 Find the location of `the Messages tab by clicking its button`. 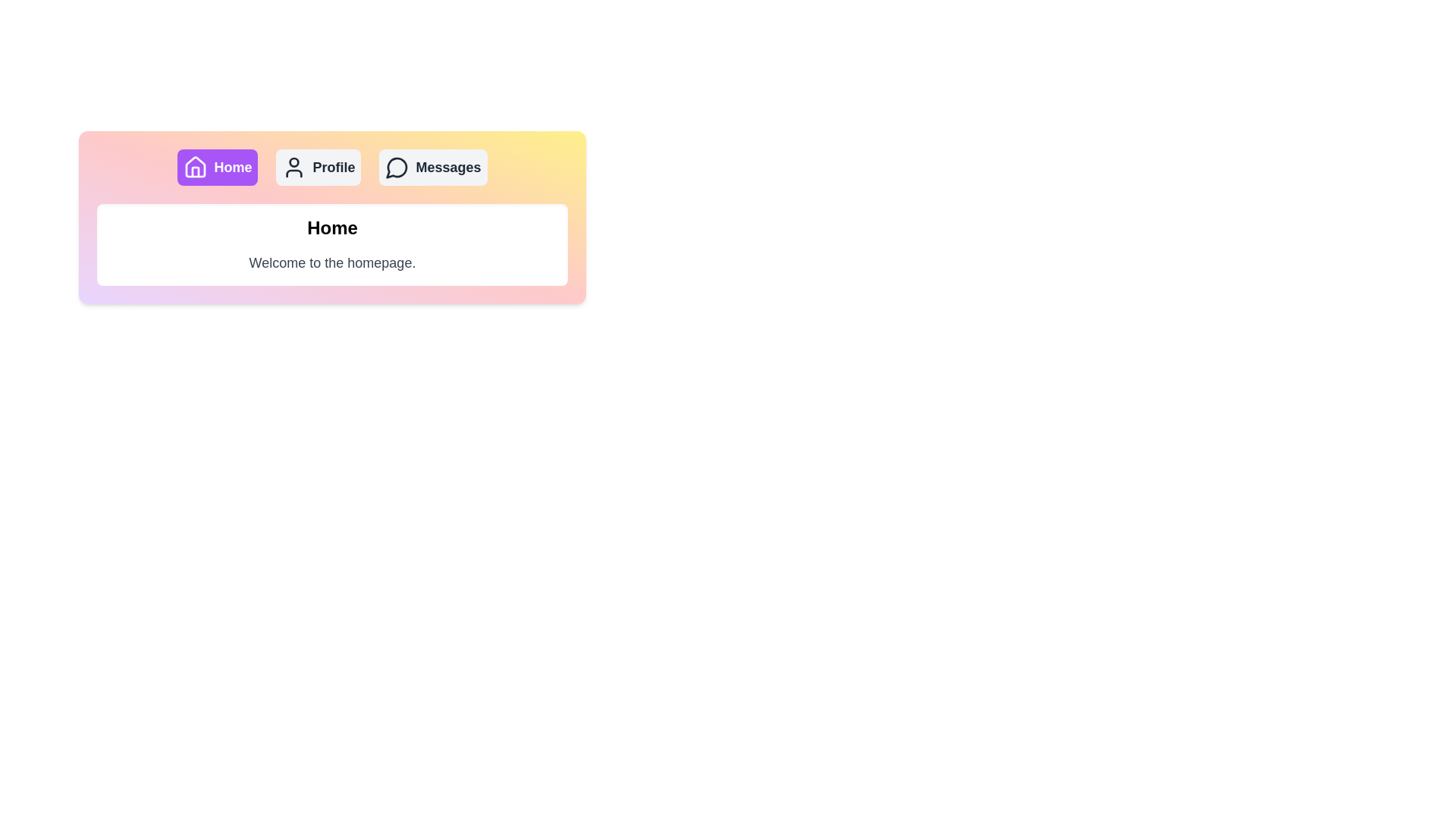

the Messages tab by clicking its button is located at coordinates (432, 167).